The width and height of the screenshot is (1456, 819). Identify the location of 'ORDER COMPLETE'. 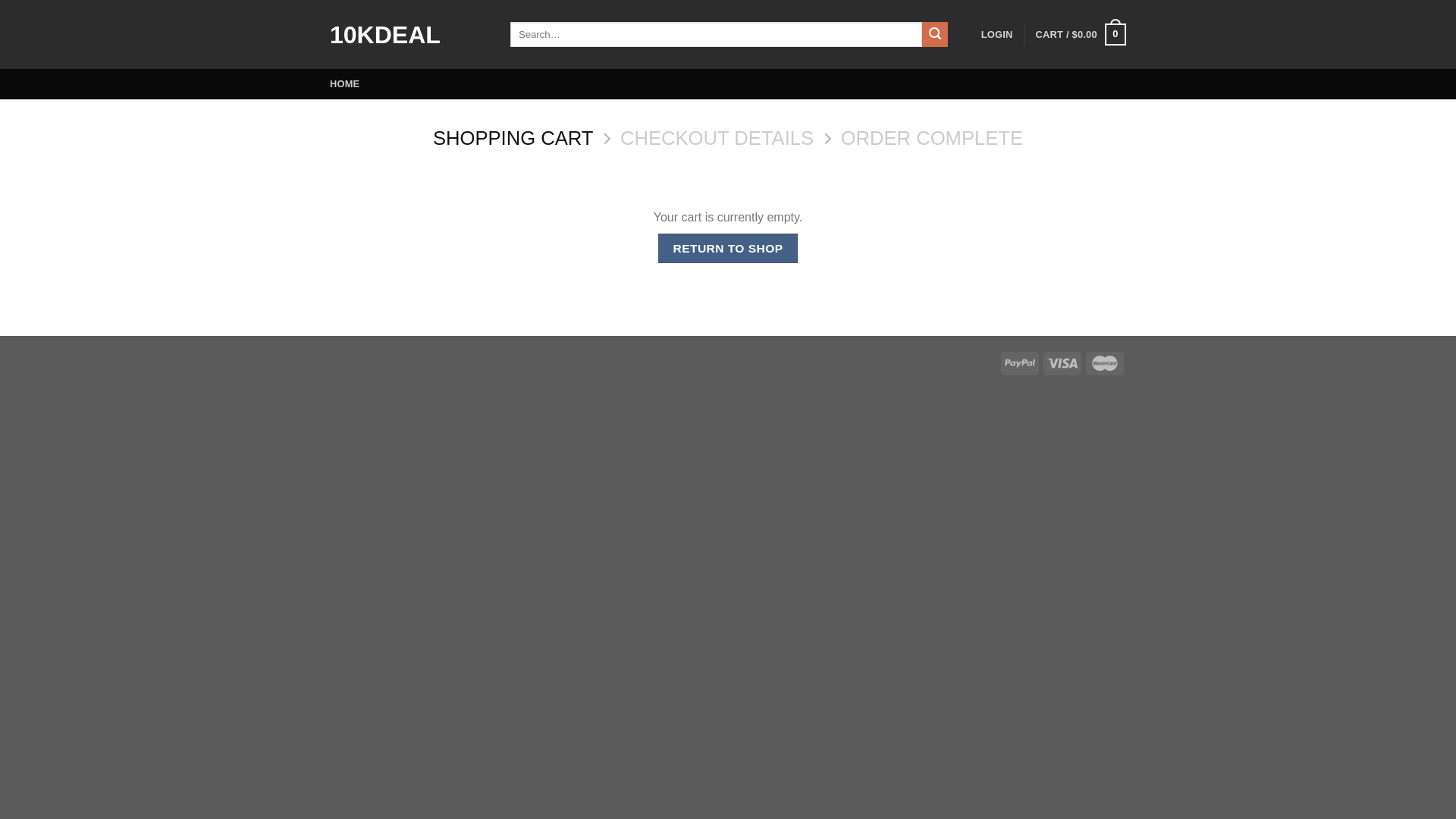
(930, 138).